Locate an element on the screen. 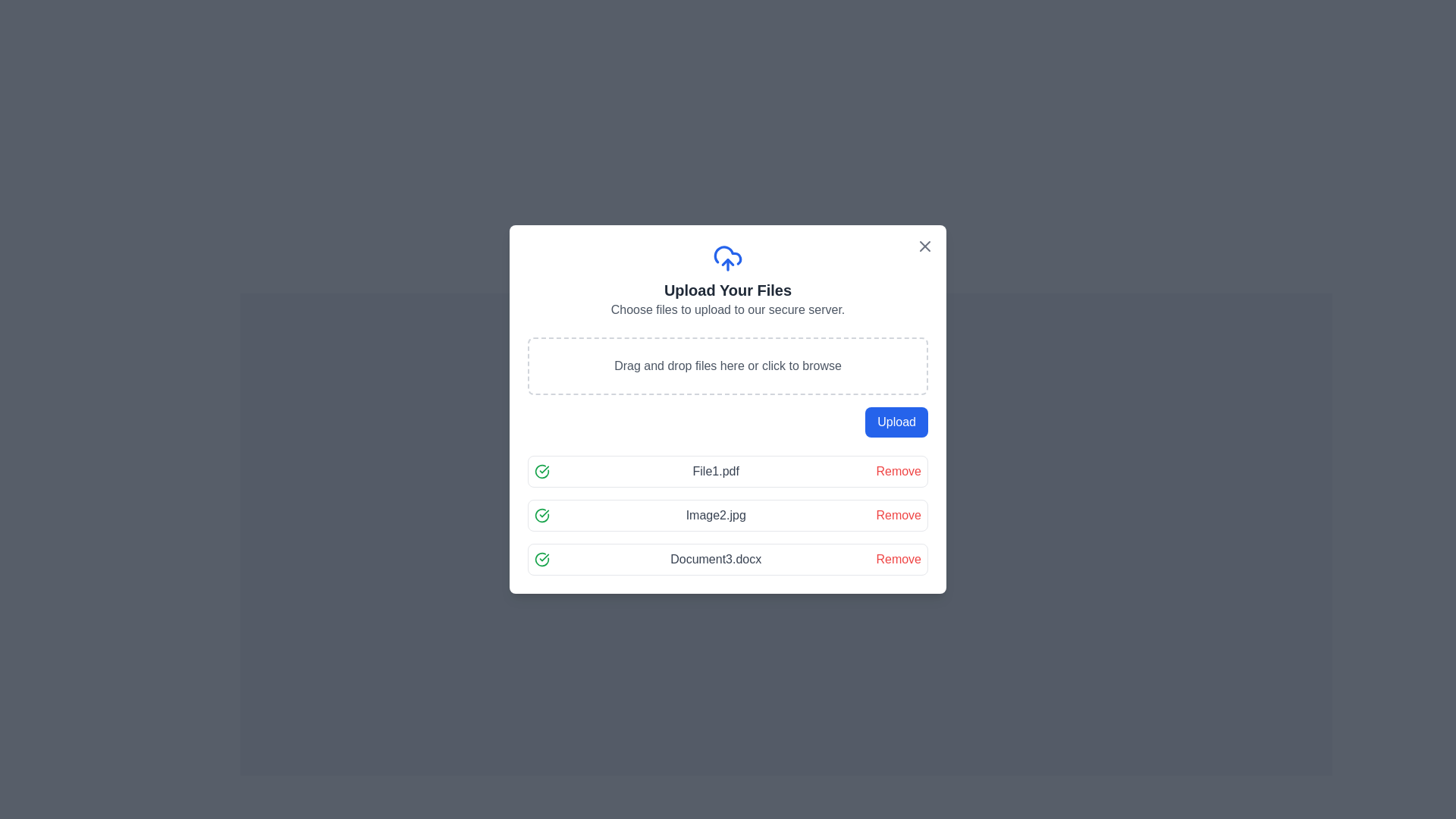  the text label that says 'Choose files to upload to our secure server.', which is styled in gray and located under the heading 'Upload Your Files' in the modal is located at coordinates (728, 309).